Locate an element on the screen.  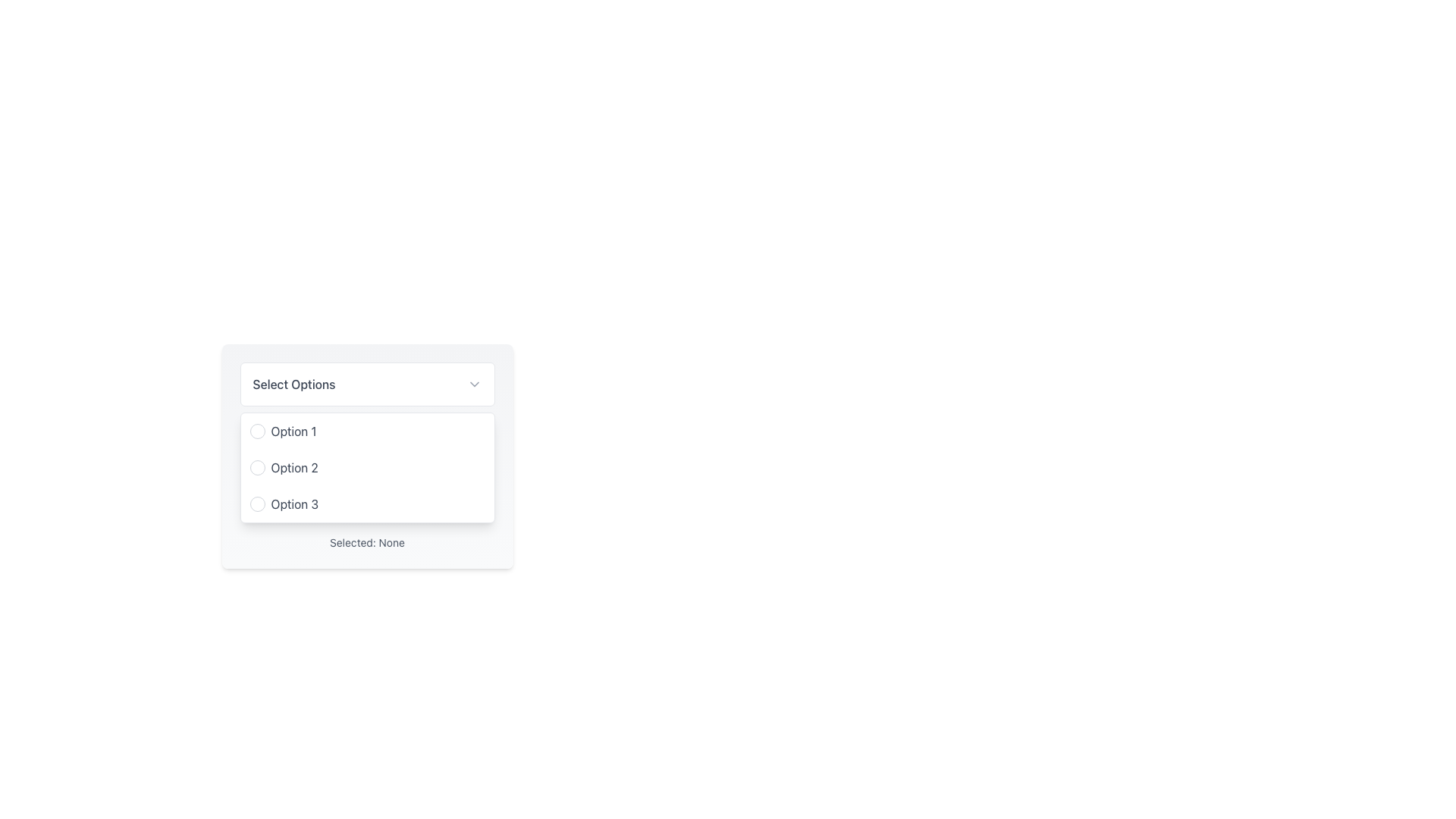
the radio button is located at coordinates (257, 431).